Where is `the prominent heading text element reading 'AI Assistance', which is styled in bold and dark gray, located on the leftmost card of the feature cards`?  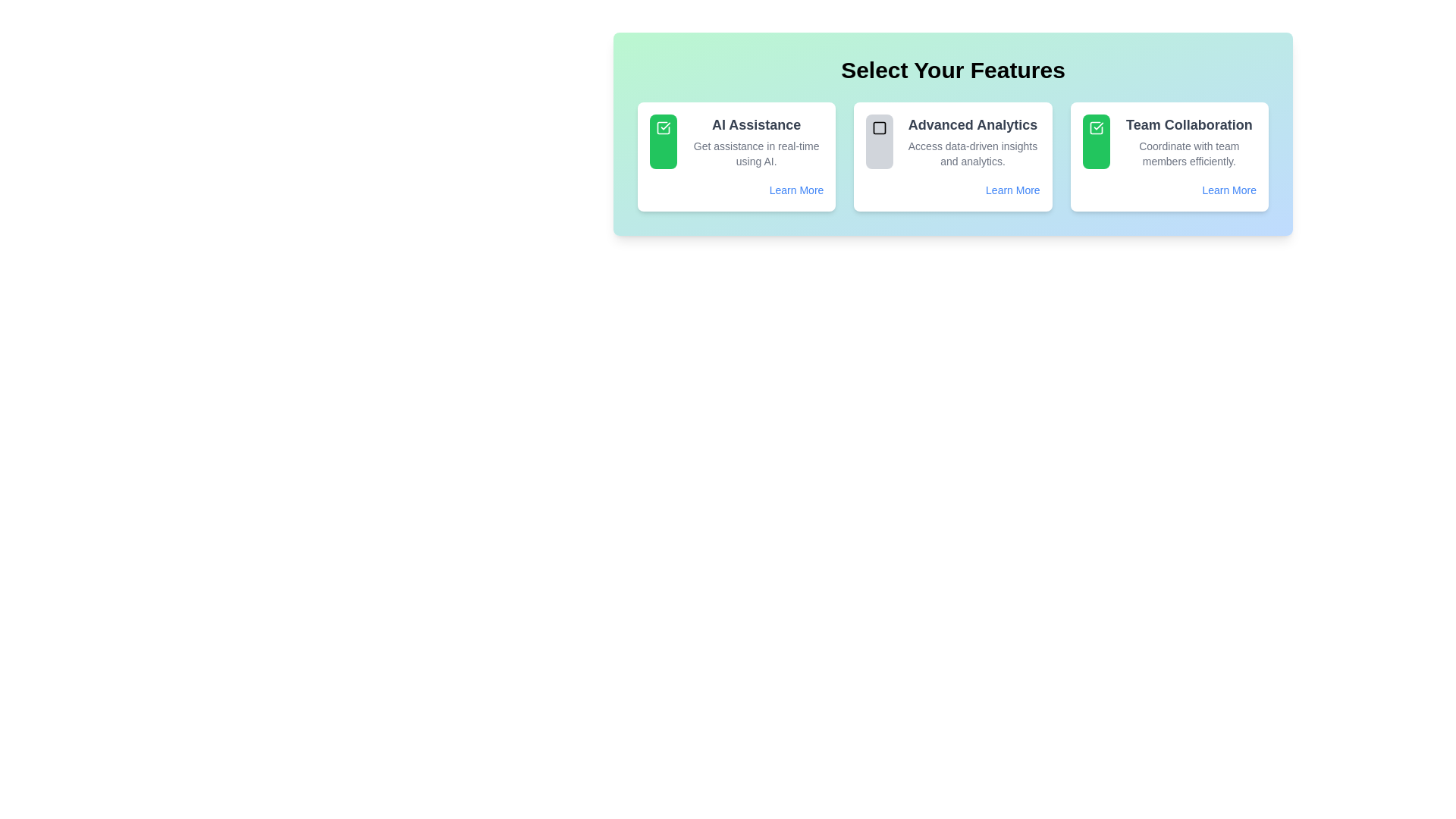
the prominent heading text element reading 'AI Assistance', which is styled in bold and dark gray, located on the leftmost card of the feature cards is located at coordinates (756, 124).